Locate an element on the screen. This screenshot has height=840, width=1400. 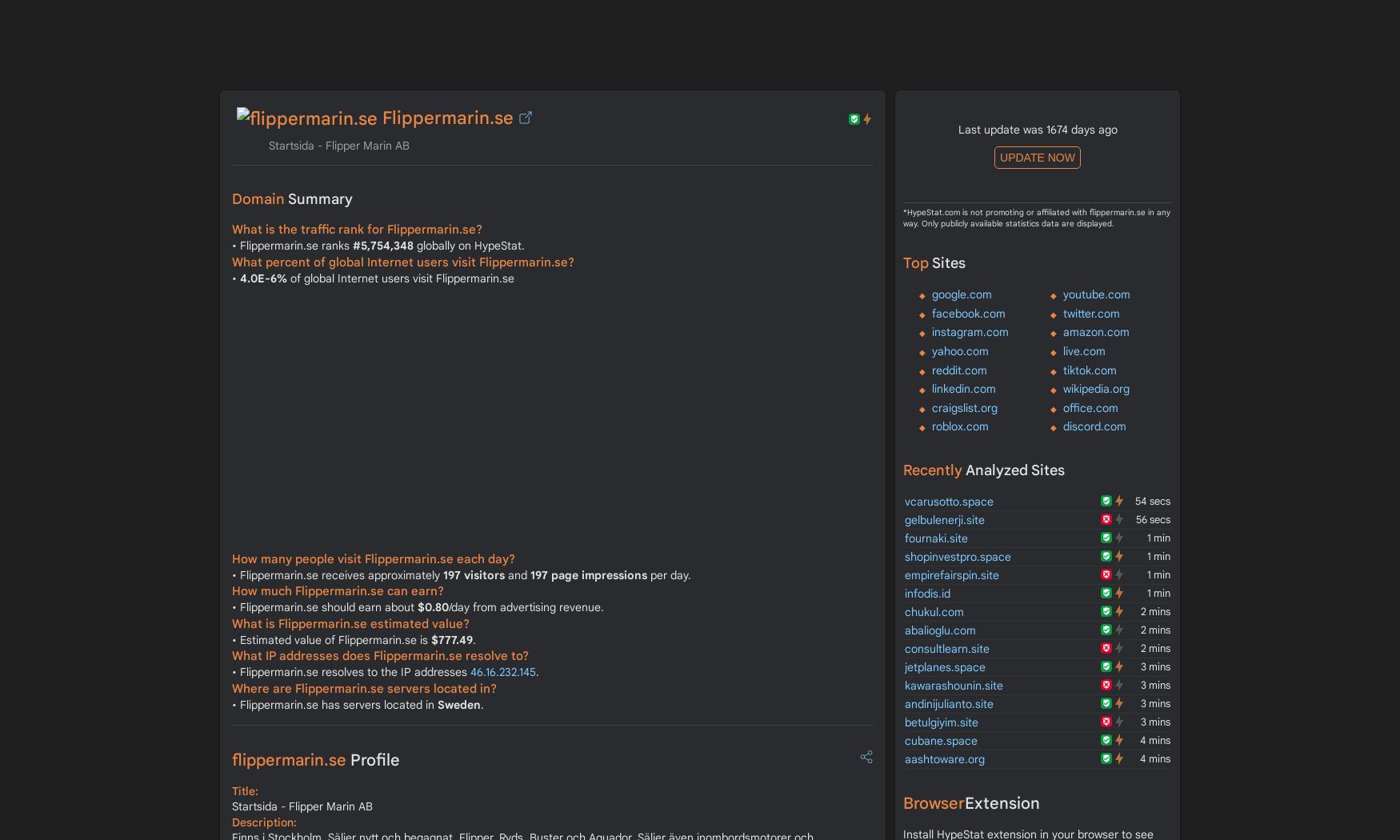
'forbina.se' is located at coordinates (258, 37).